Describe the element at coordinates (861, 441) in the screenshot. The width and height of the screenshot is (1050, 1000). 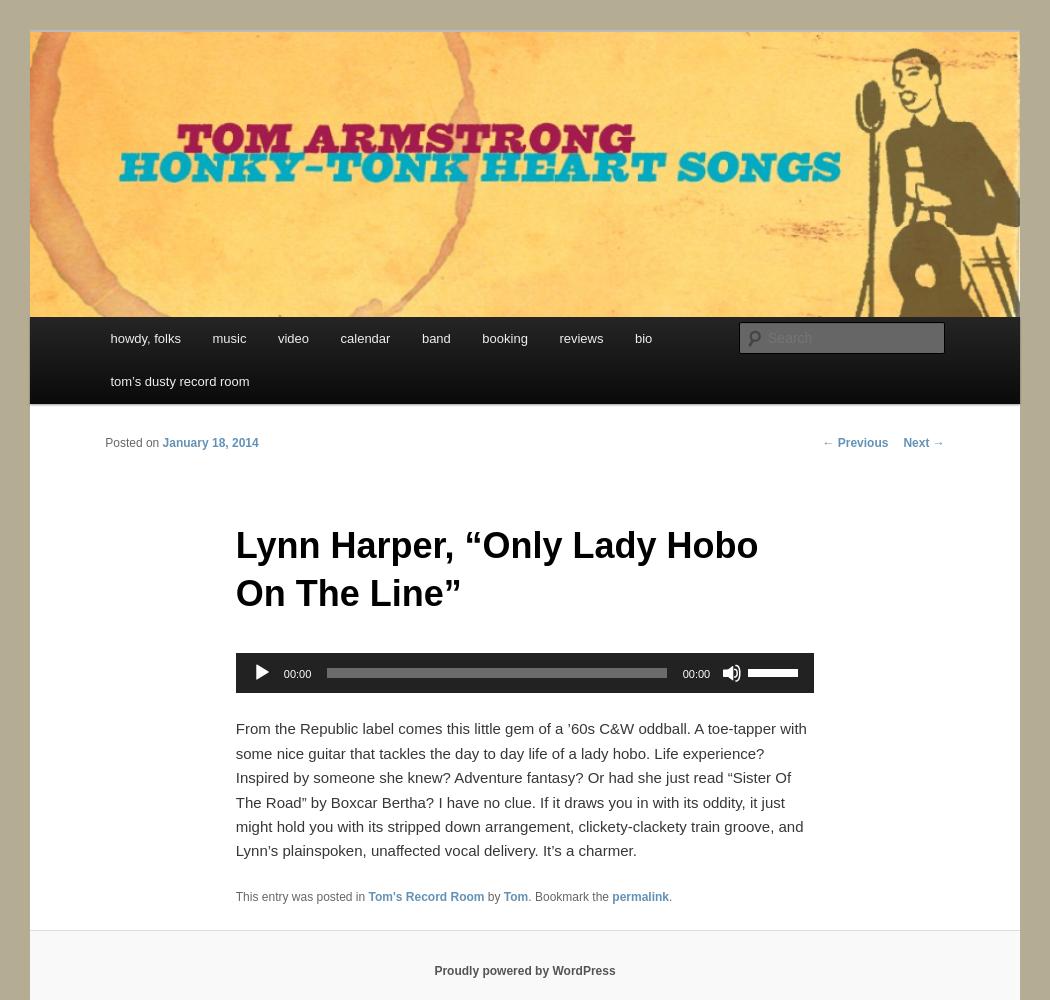
I see `'Previous'` at that location.